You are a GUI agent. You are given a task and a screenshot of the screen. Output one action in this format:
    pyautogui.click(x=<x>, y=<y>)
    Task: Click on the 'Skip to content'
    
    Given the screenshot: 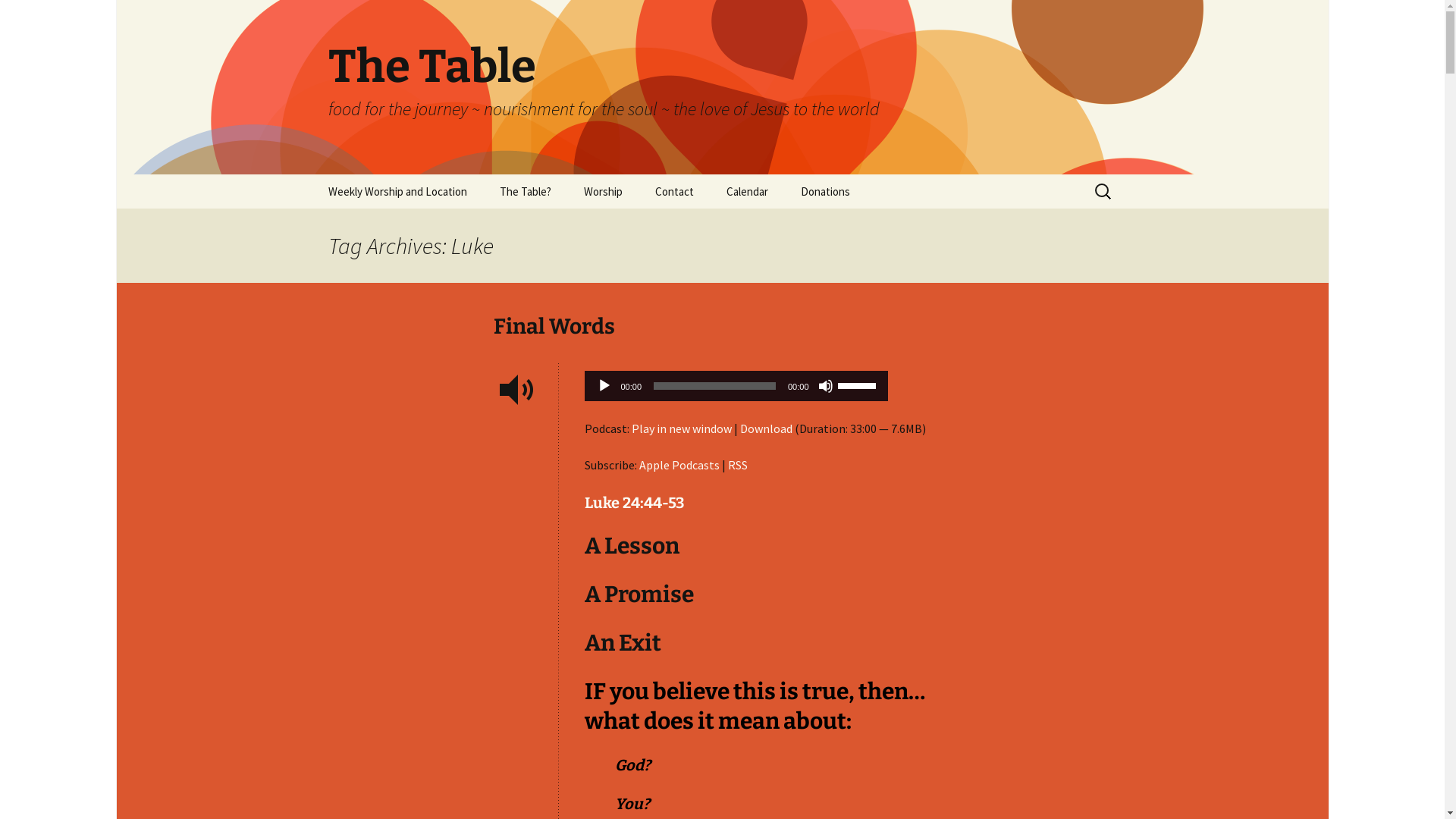 What is the action you would take?
    pyautogui.click(x=312, y=173)
    